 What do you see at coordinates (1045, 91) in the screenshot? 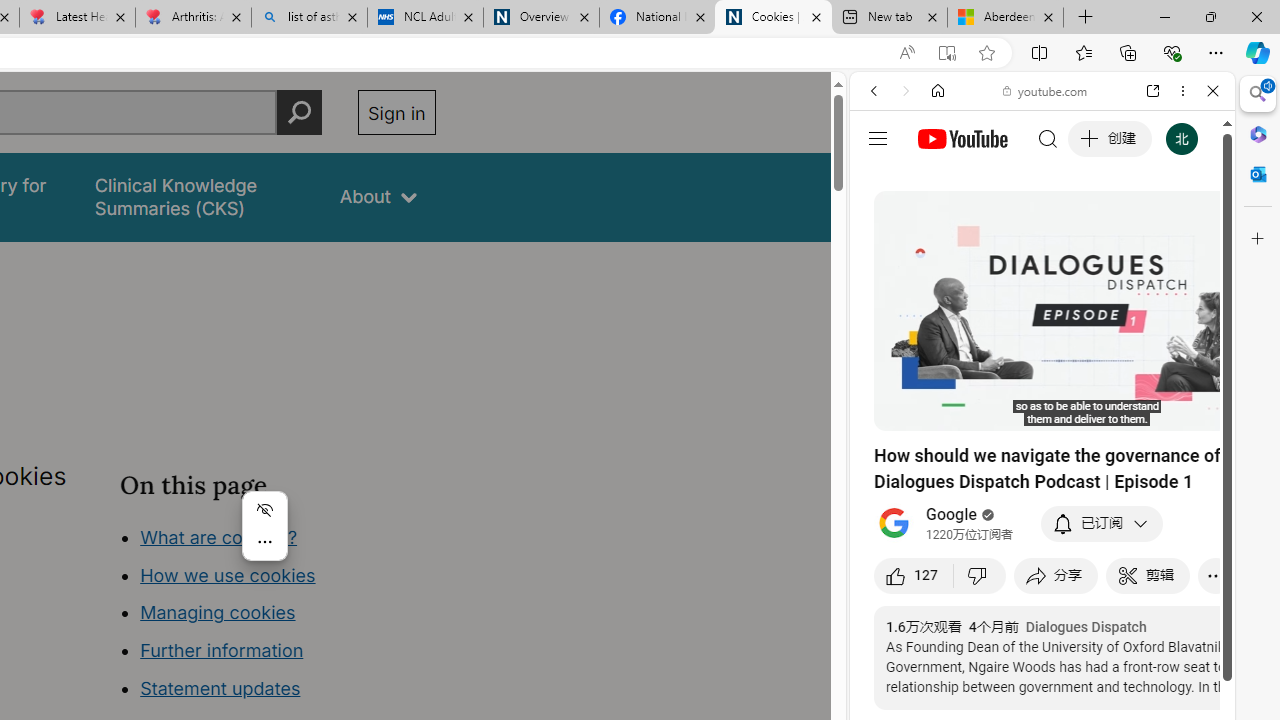
I see `'youtube.com'` at bounding box center [1045, 91].